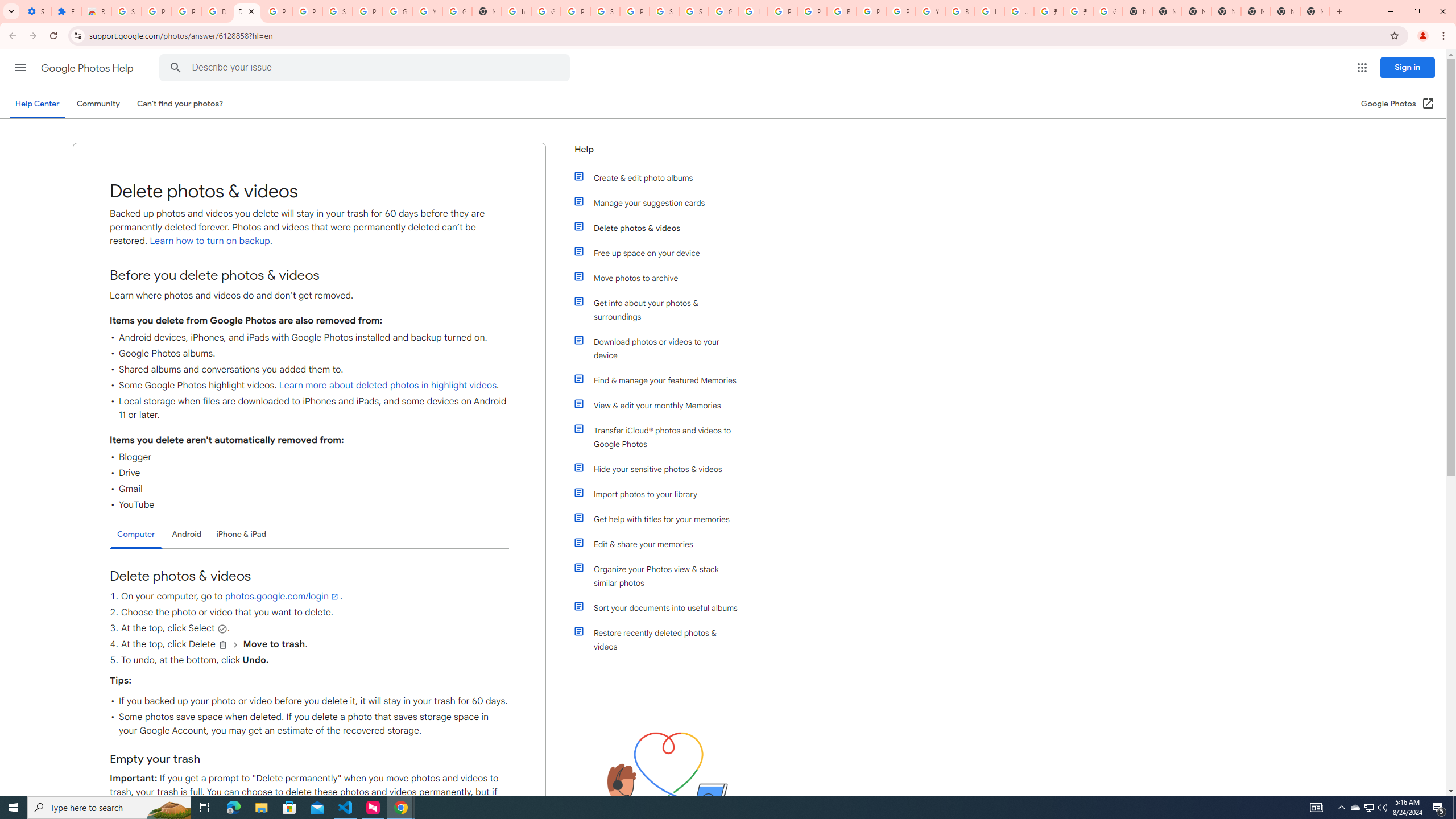  I want to click on 'iPhone & iPad', so click(241, 533).